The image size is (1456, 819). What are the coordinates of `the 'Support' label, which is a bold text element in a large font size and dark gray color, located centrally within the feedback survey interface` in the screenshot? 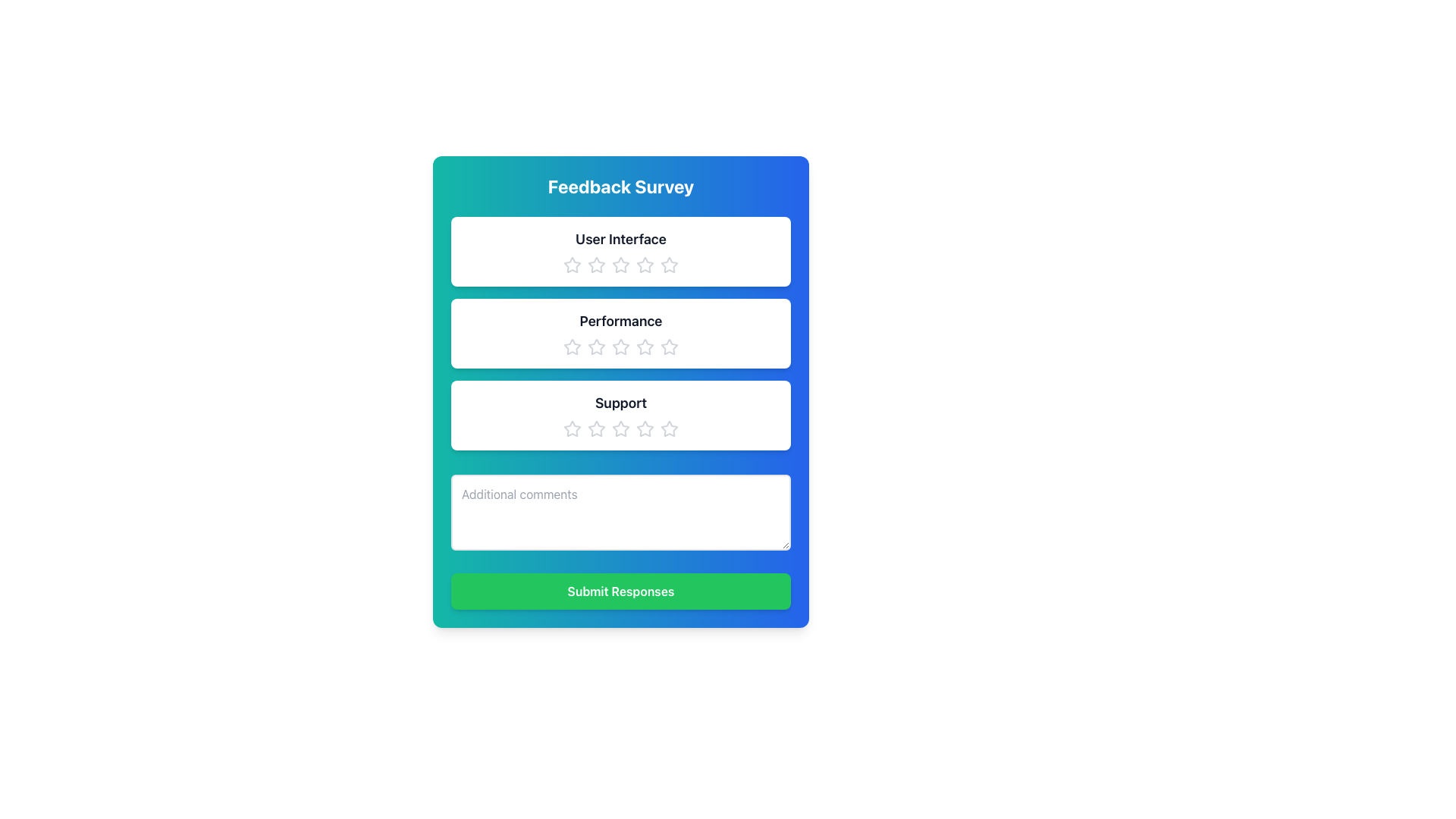 It's located at (621, 403).